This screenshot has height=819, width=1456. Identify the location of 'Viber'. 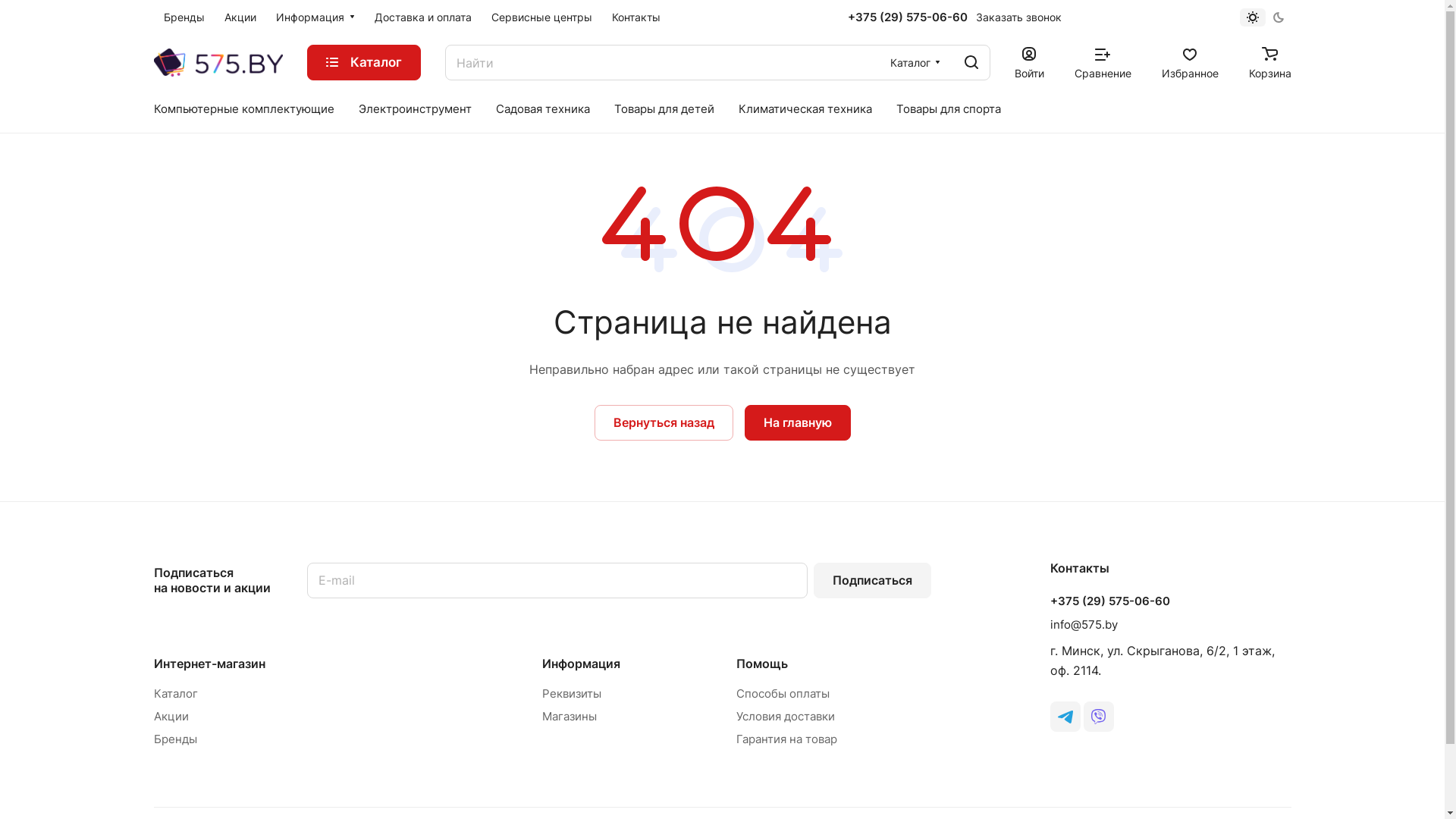
(1098, 717).